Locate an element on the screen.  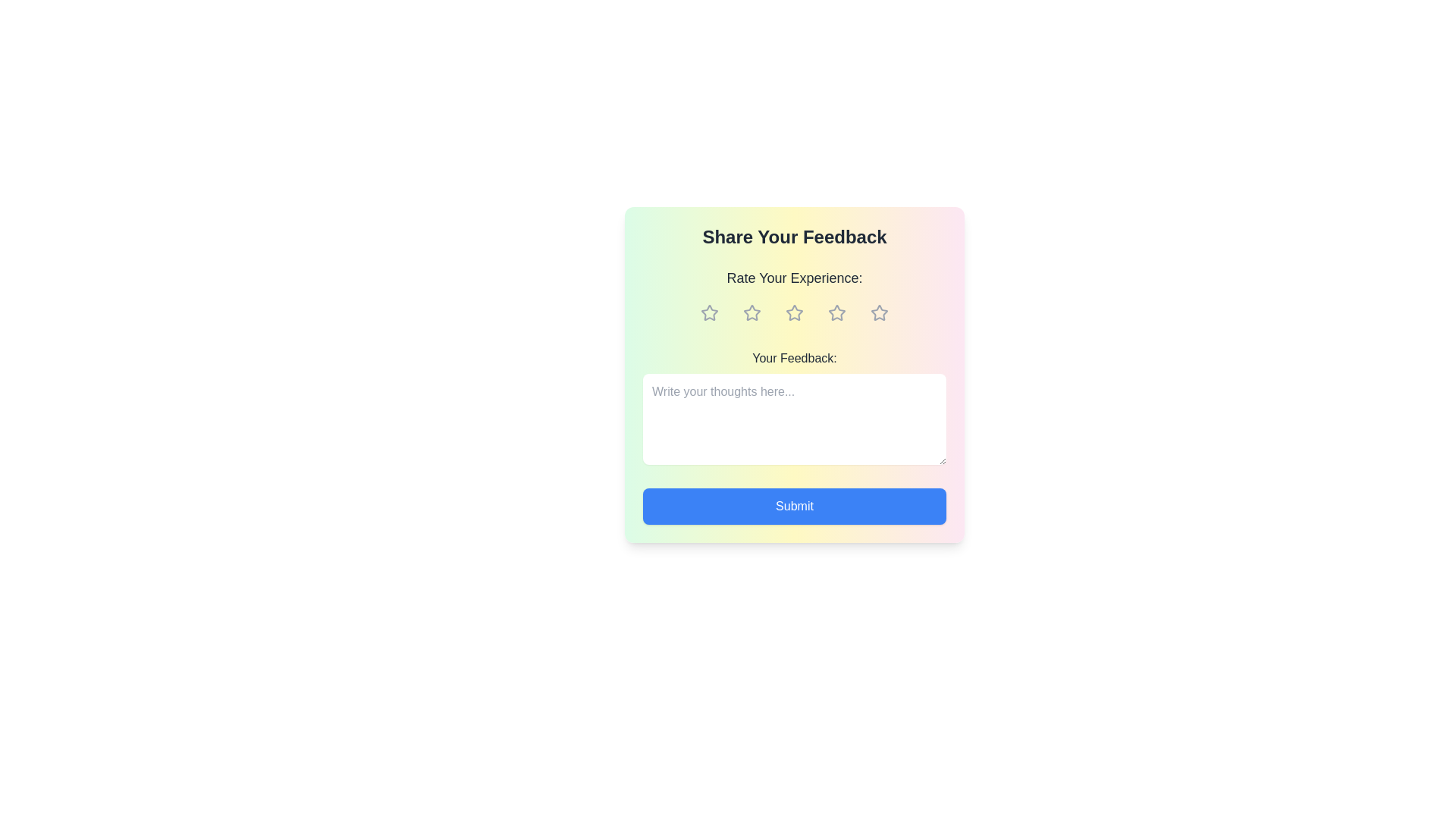
the second star icon, which is outlined and located under the 'Rate Your Experience' heading is located at coordinates (752, 312).